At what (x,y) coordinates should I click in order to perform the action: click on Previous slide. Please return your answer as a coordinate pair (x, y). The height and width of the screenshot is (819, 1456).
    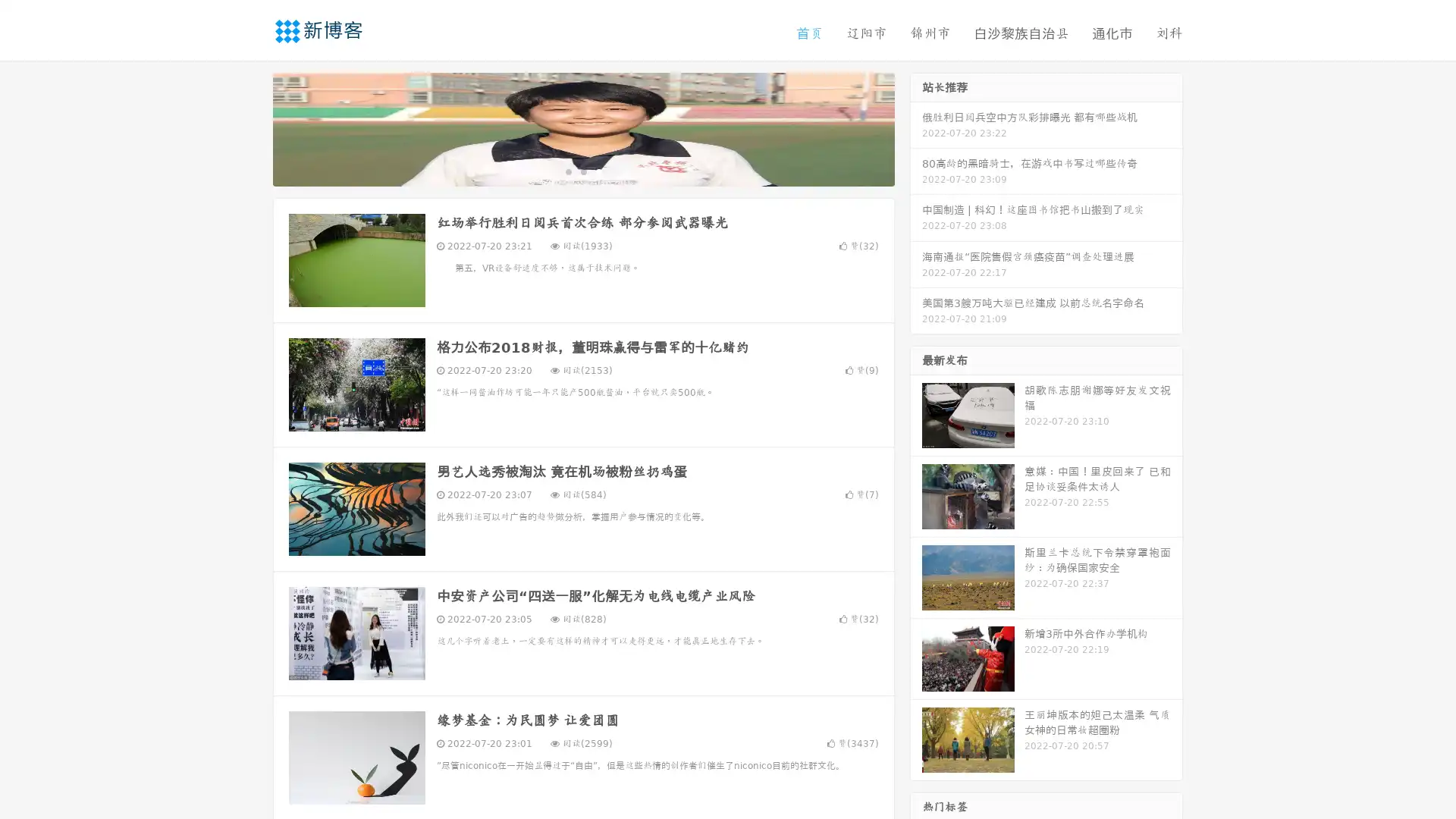
    Looking at the image, I should click on (250, 127).